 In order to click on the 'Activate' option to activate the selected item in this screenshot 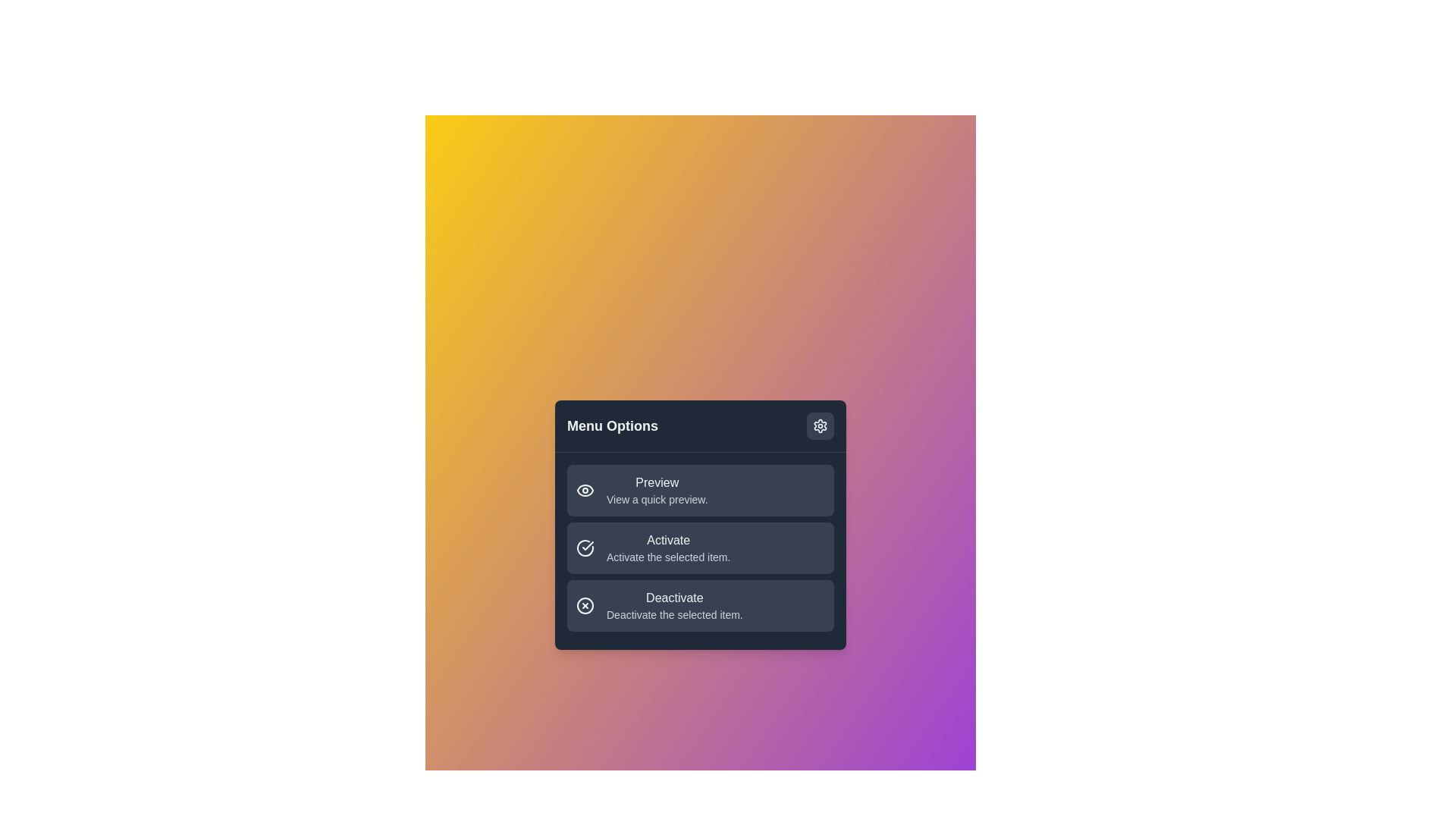, I will do `click(700, 548)`.